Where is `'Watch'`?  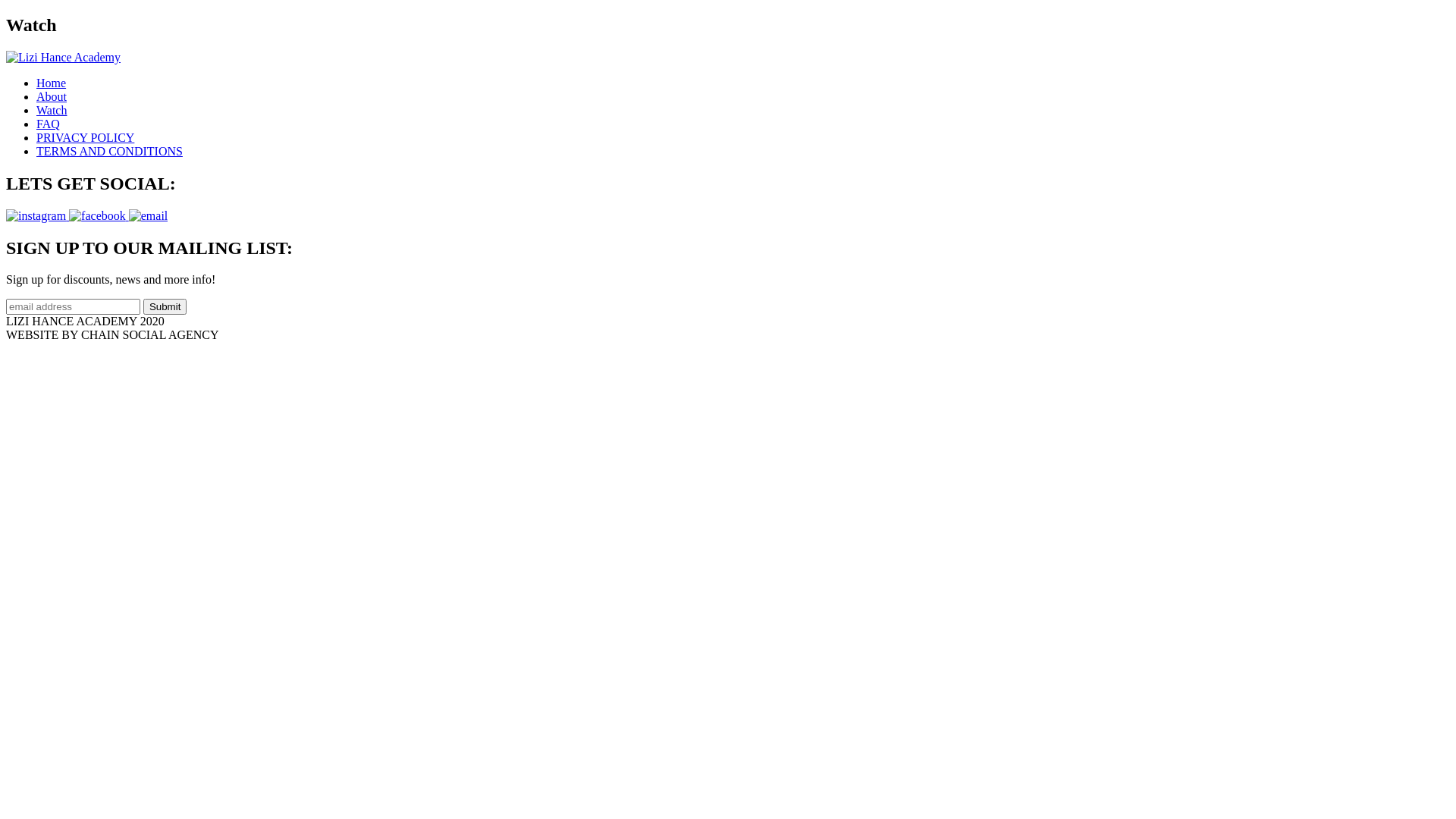
'Watch' is located at coordinates (36, 109).